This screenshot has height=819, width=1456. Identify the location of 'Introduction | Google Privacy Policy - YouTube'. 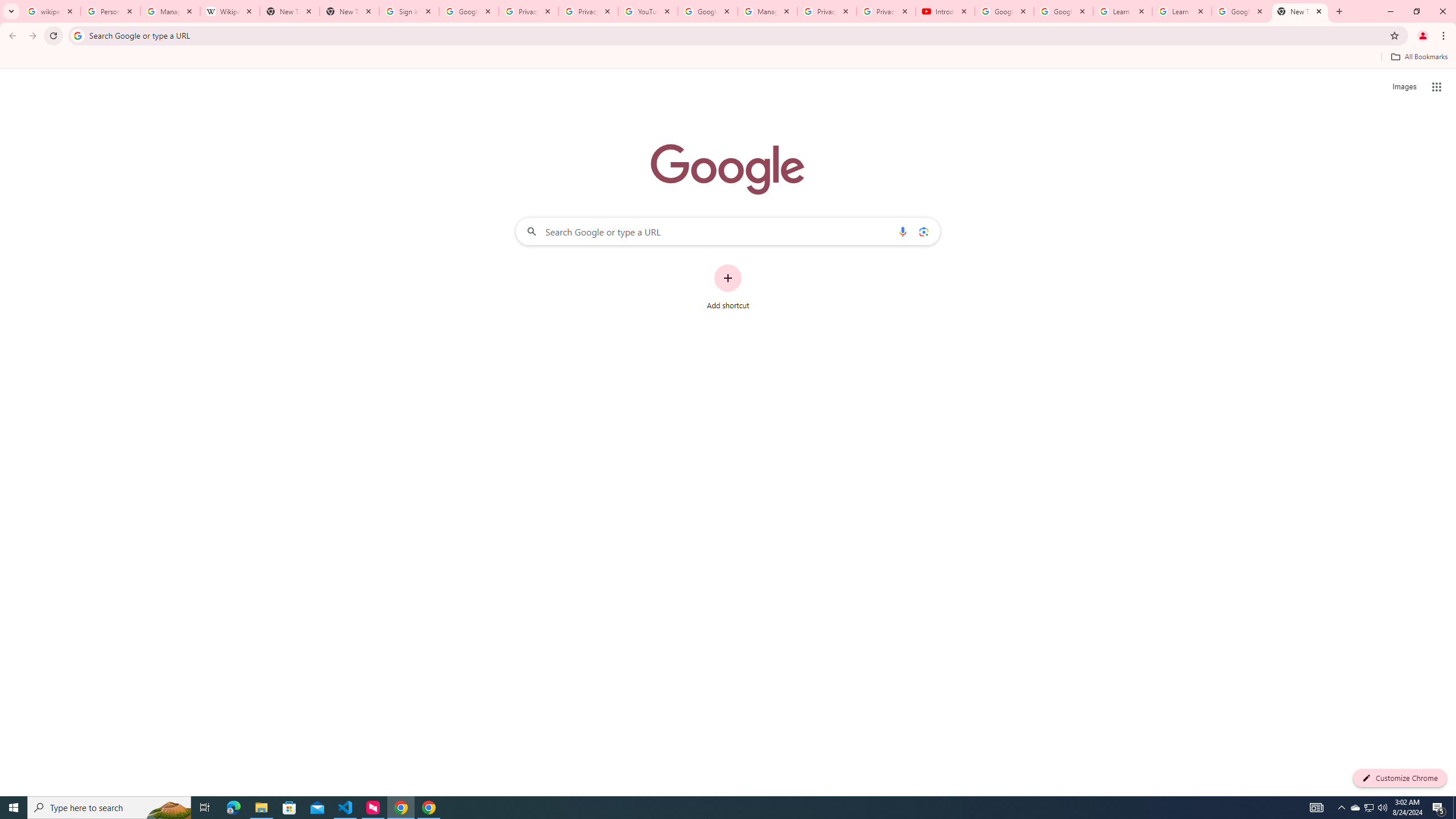
(944, 11).